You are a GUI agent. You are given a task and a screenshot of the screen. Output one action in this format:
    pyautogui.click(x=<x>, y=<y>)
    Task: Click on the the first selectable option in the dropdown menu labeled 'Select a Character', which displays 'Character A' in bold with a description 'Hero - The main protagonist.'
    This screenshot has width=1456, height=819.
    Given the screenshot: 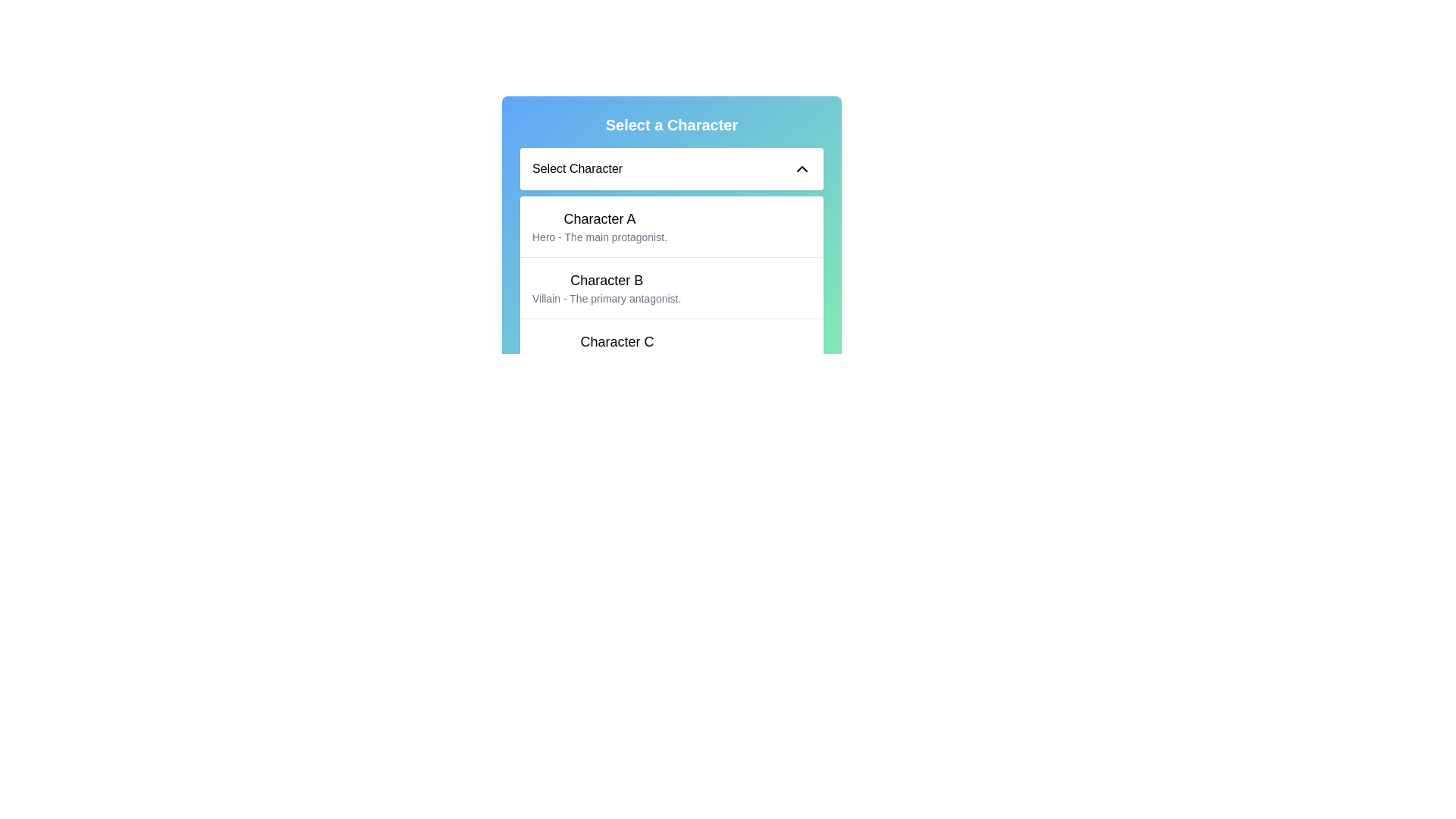 What is the action you would take?
    pyautogui.click(x=671, y=227)
    